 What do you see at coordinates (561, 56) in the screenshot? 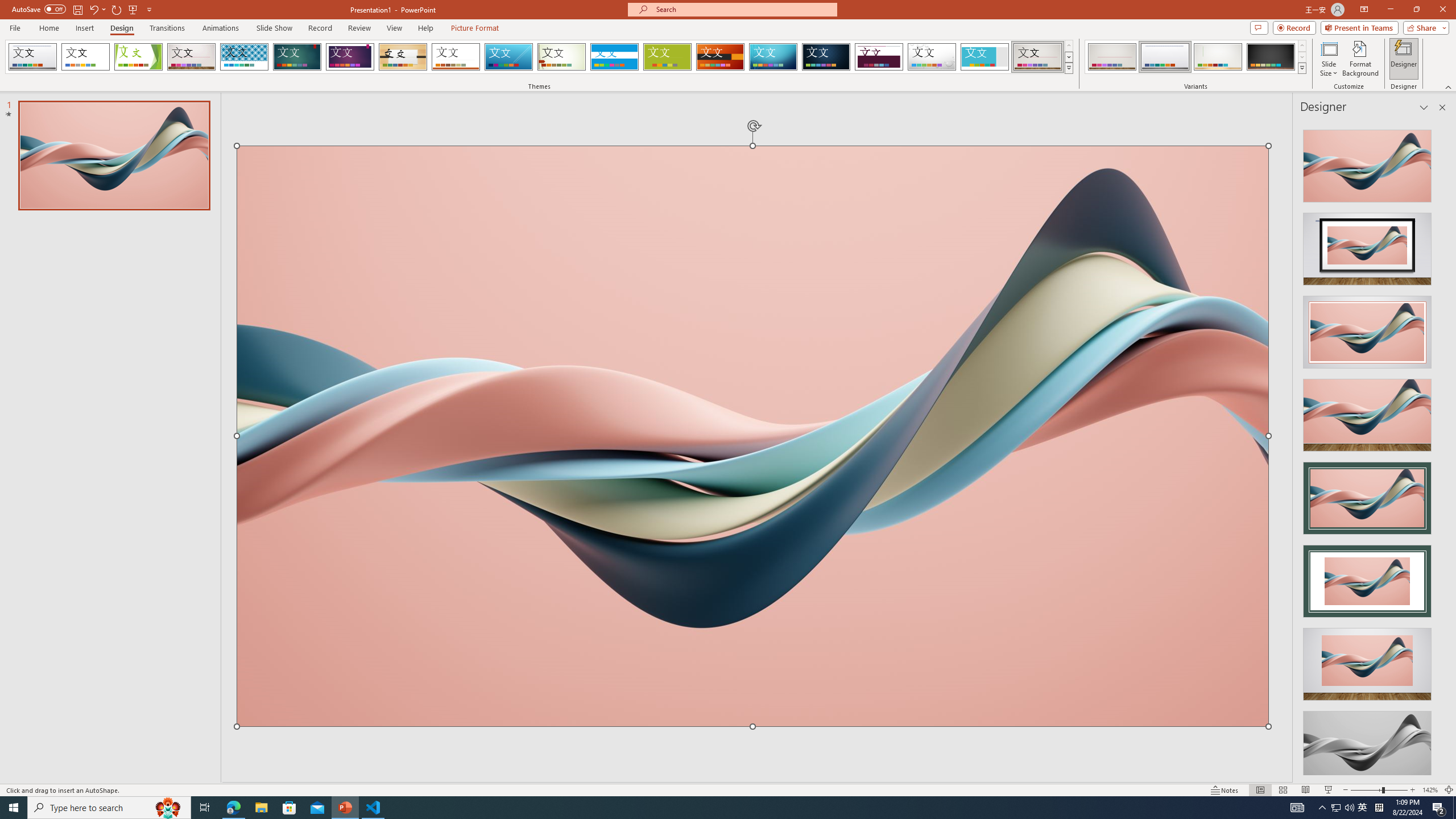
I see `'Wisp'` at bounding box center [561, 56].